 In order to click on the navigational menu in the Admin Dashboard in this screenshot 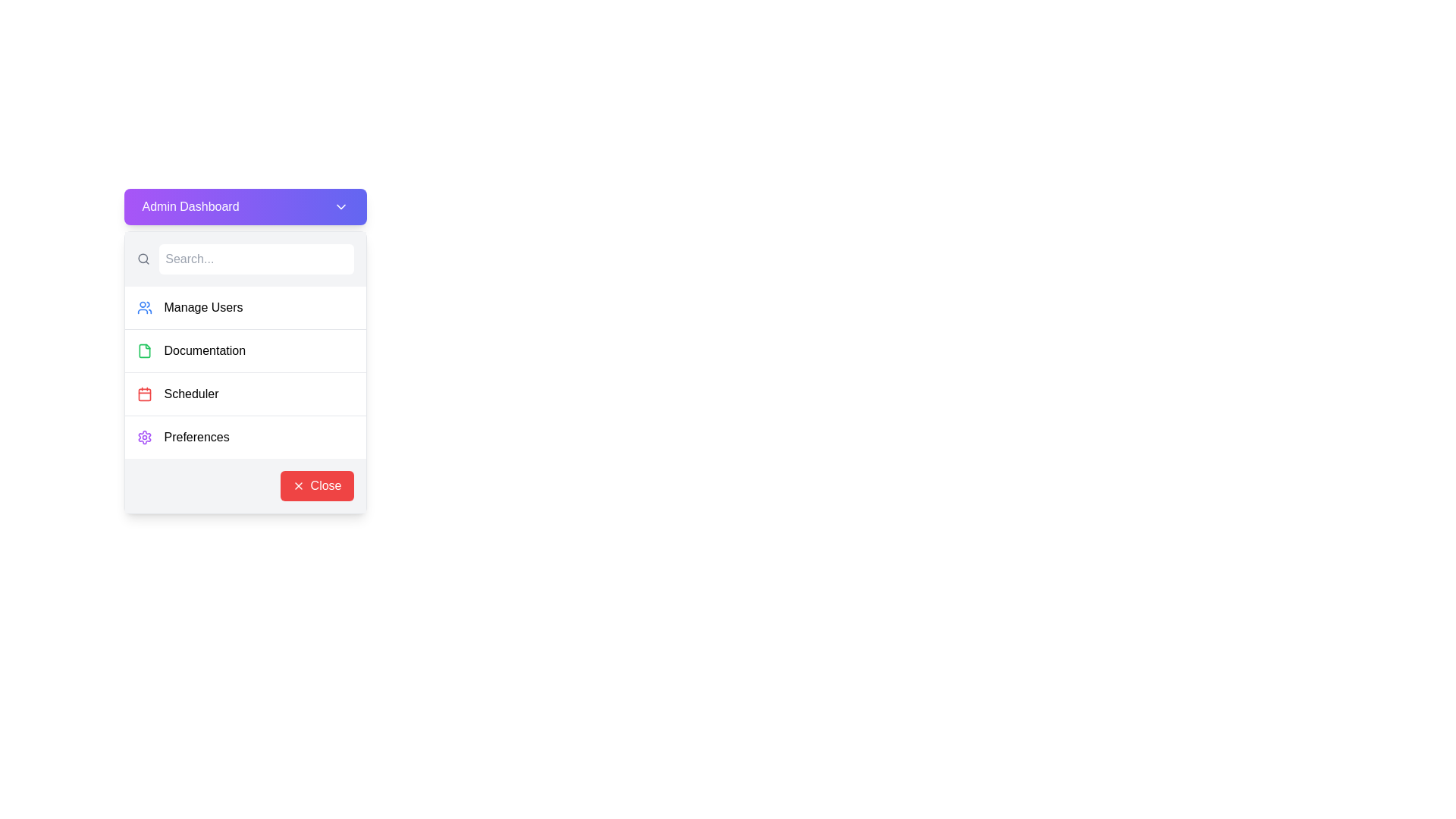, I will do `click(245, 372)`.